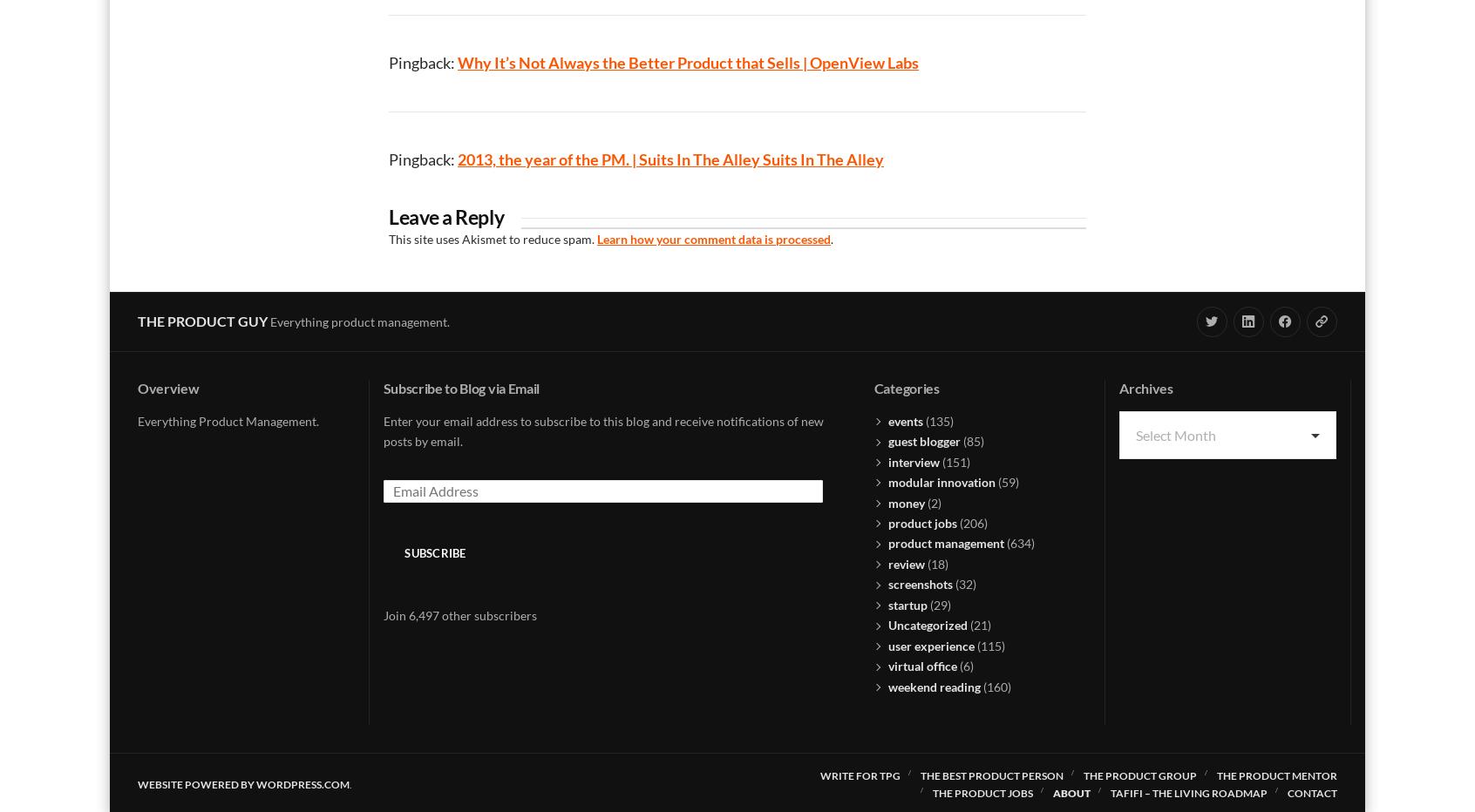 The image size is (1475, 812). Describe the element at coordinates (887, 502) in the screenshot. I see `'money'` at that location.